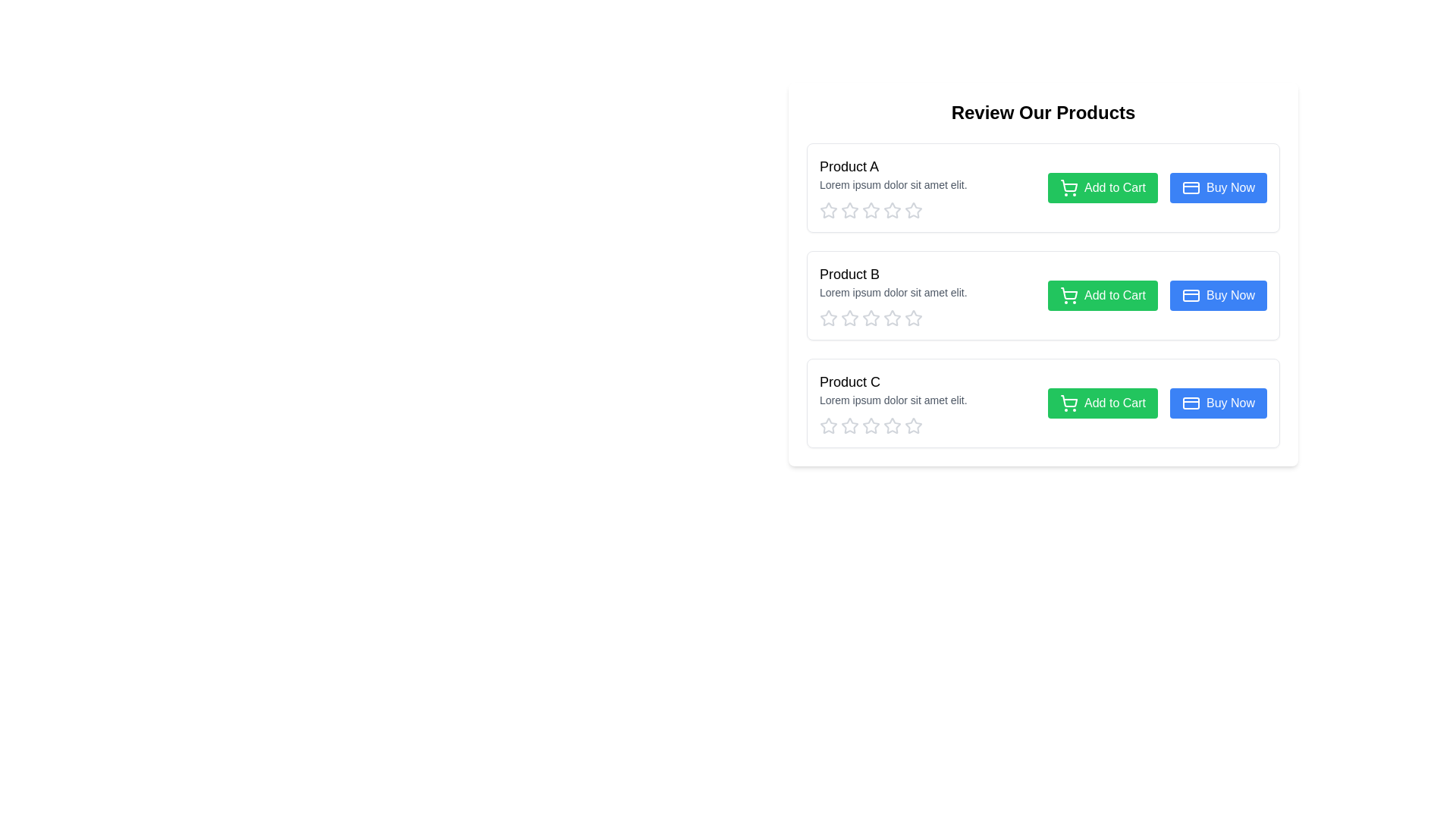 This screenshot has width=1456, height=819. Describe the element at coordinates (1189, 187) in the screenshot. I see `the decorative blue icon with rounded edges located to the right of the 'Buy Now' button in the first row of products` at that location.